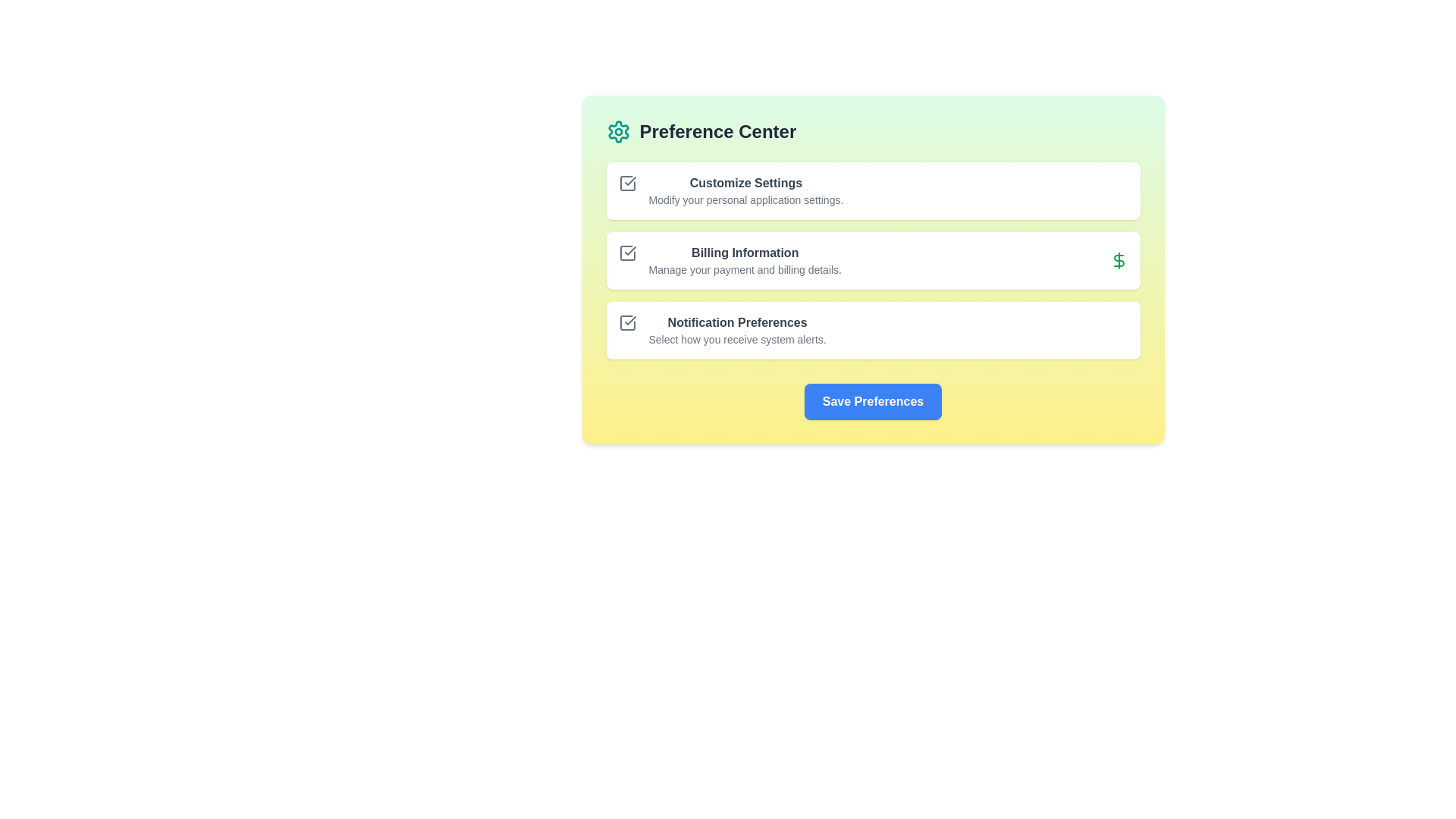  I want to click on the Checkbox icon indicating the selected status of the 'Billing Information' option in the Preference Center interface, so click(627, 253).